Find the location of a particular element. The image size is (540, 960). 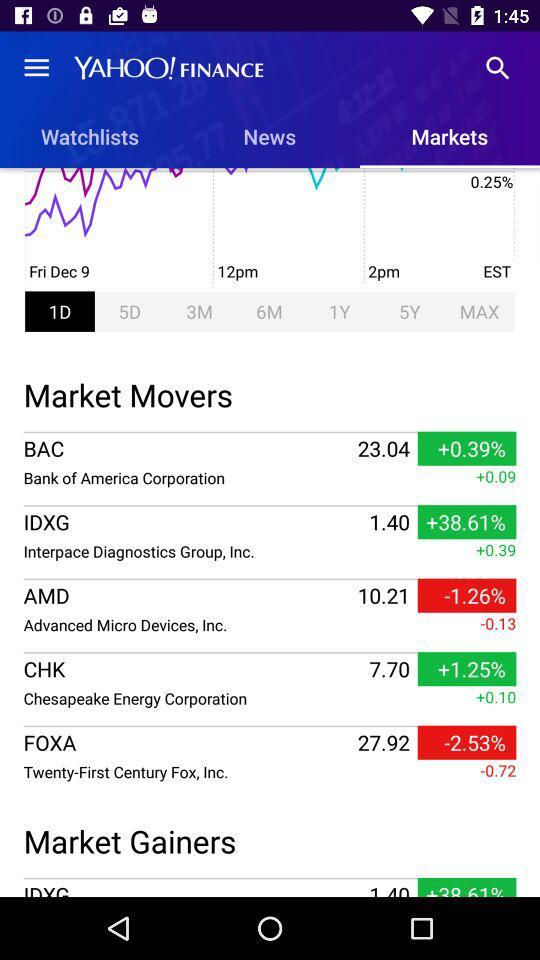

the icon below 1d is located at coordinates (270, 391).